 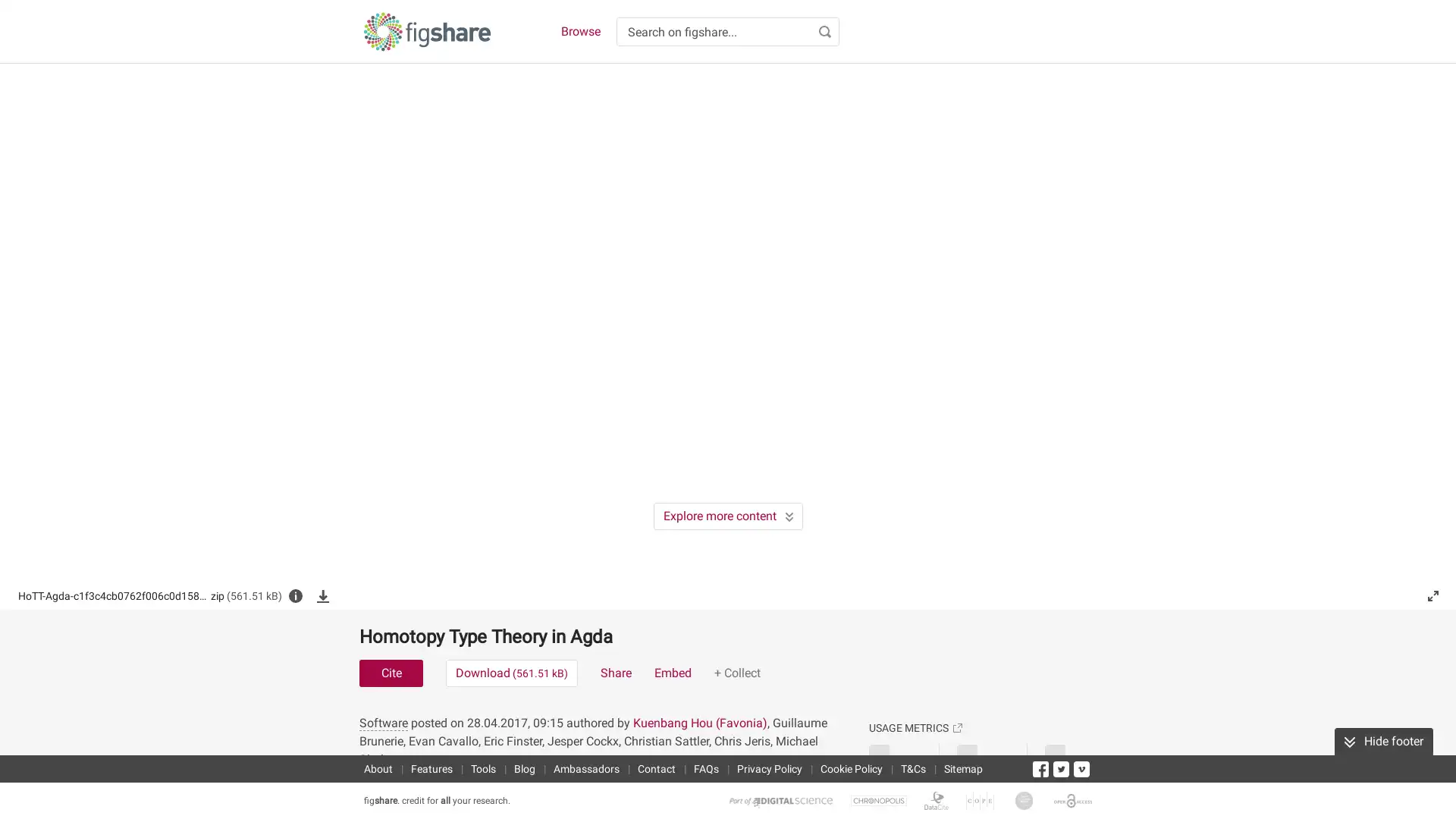 What do you see at coordinates (1383, 741) in the screenshot?
I see `Hide footer` at bounding box center [1383, 741].